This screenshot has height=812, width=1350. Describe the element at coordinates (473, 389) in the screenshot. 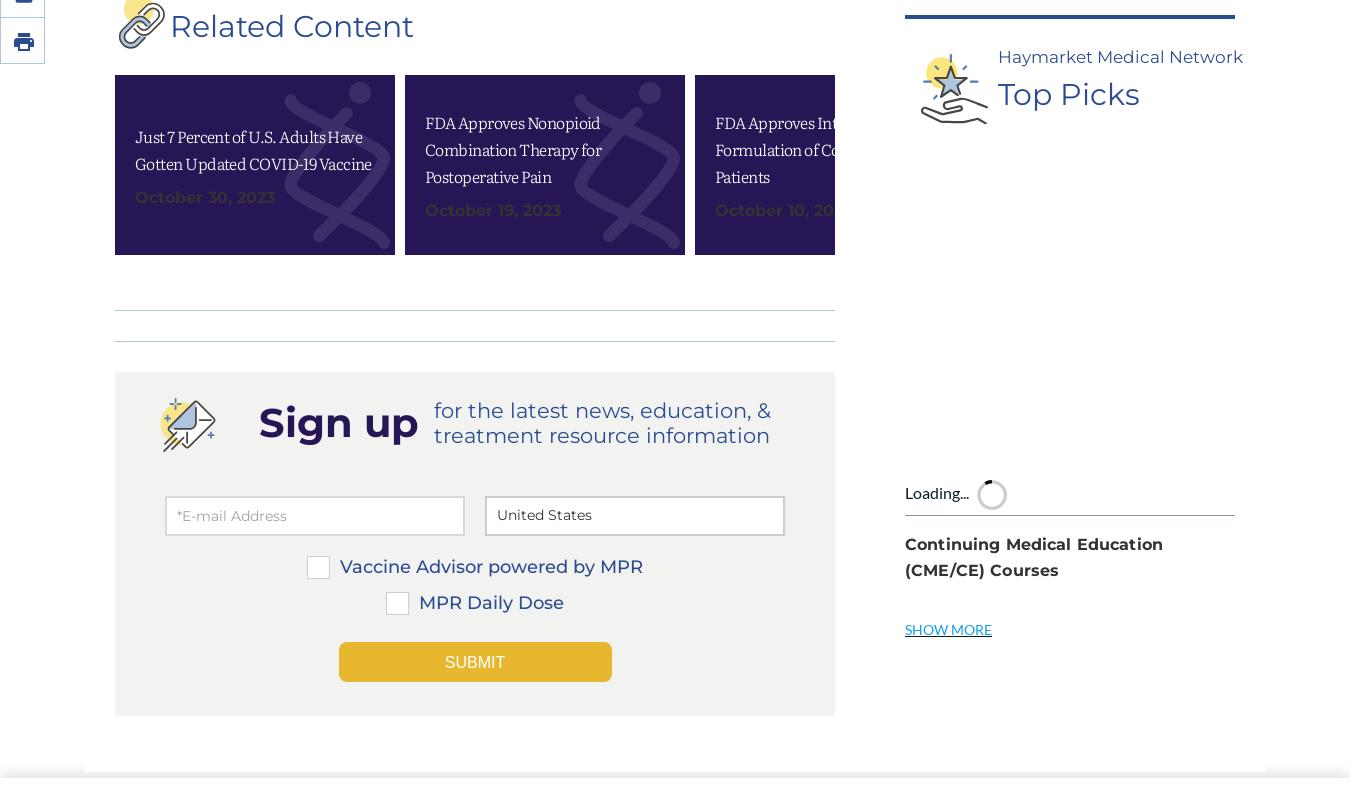

I see `'Submit'` at that location.